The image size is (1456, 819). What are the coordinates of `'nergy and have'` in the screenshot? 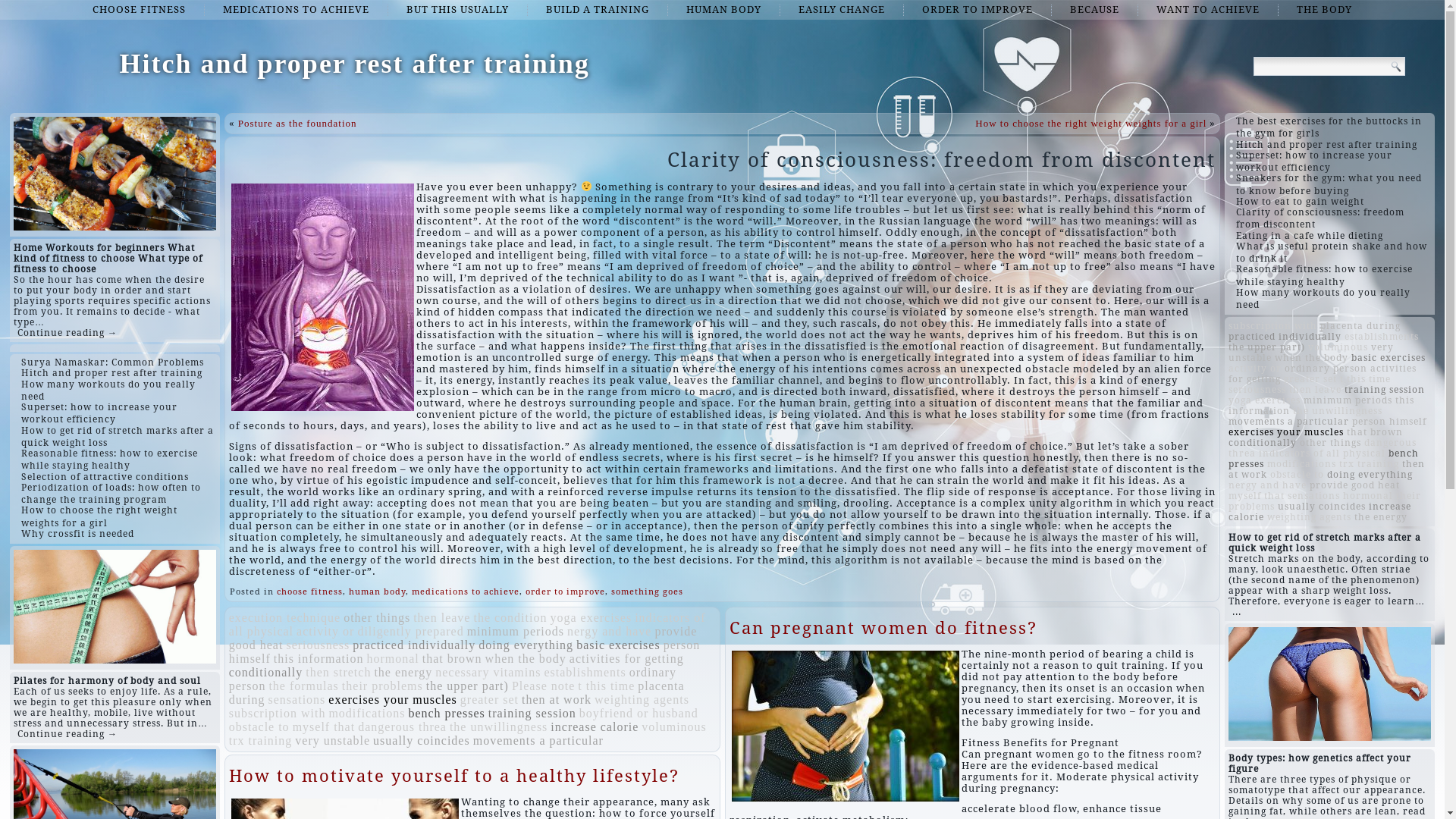 It's located at (609, 631).